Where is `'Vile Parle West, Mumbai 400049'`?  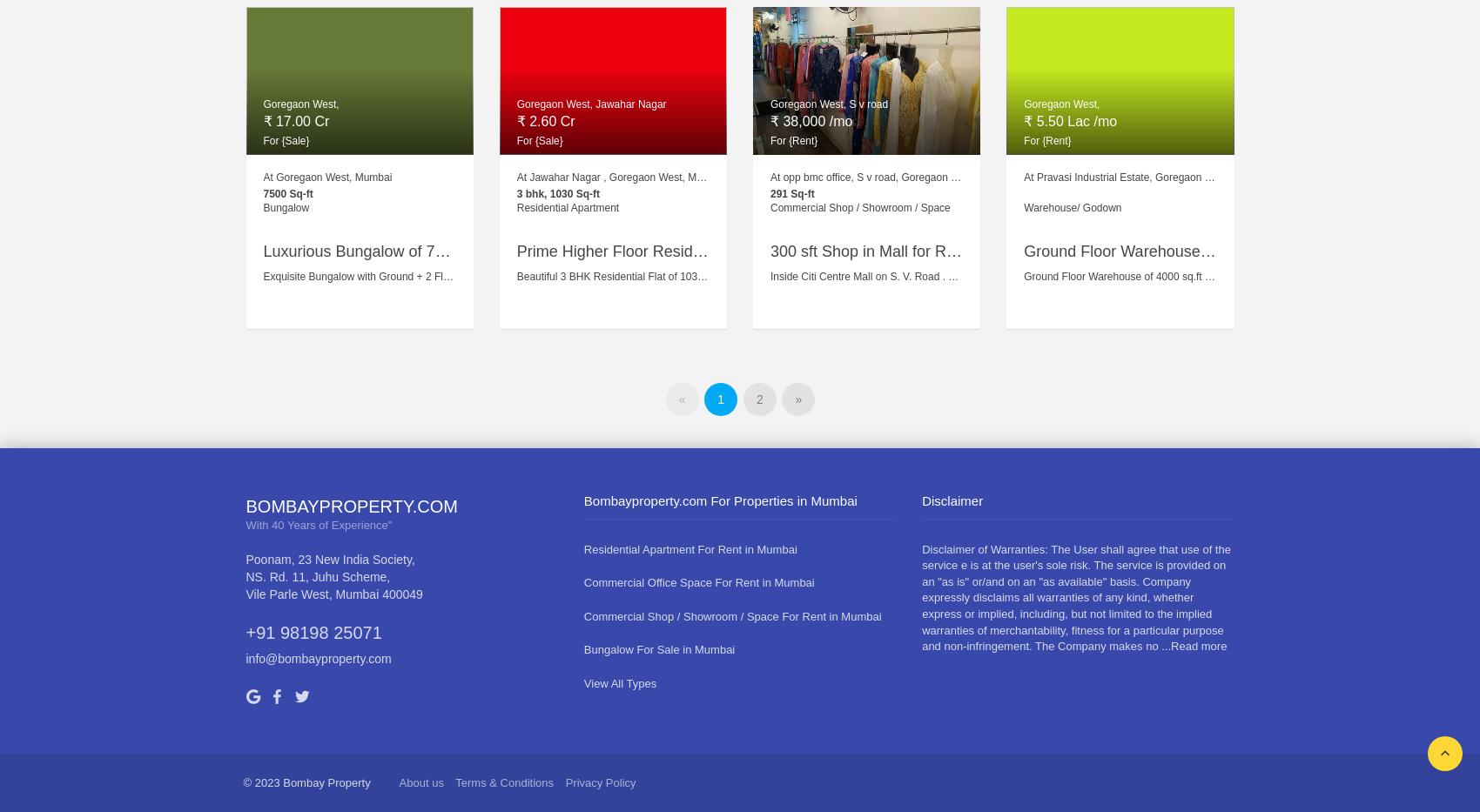 'Vile Parle West, Mumbai 400049' is located at coordinates (333, 594).